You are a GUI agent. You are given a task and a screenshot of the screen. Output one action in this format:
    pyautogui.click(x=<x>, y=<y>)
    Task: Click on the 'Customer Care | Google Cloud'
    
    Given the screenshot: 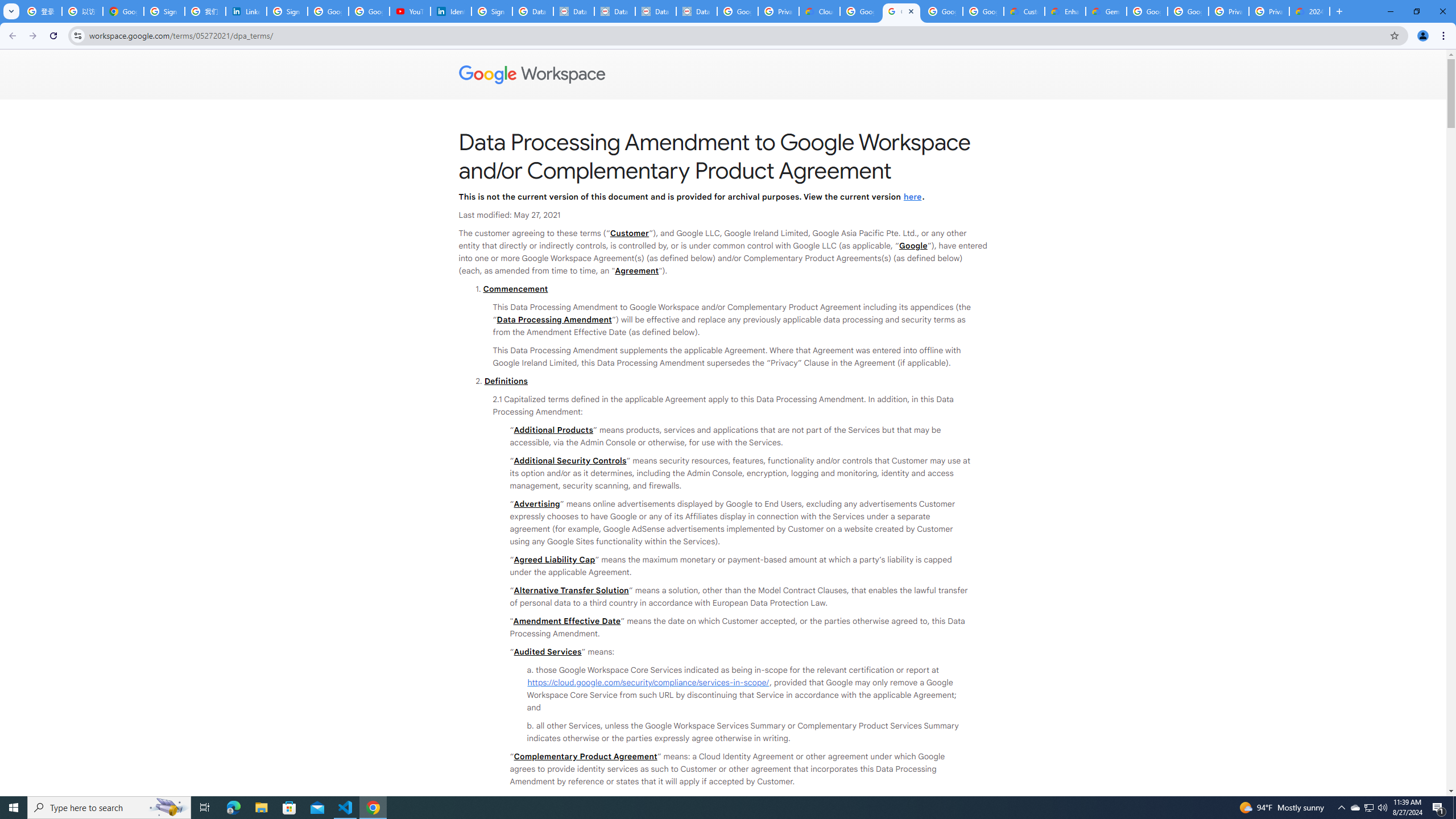 What is the action you would take?
    pyautogui.click(x=1023, y=11)
    